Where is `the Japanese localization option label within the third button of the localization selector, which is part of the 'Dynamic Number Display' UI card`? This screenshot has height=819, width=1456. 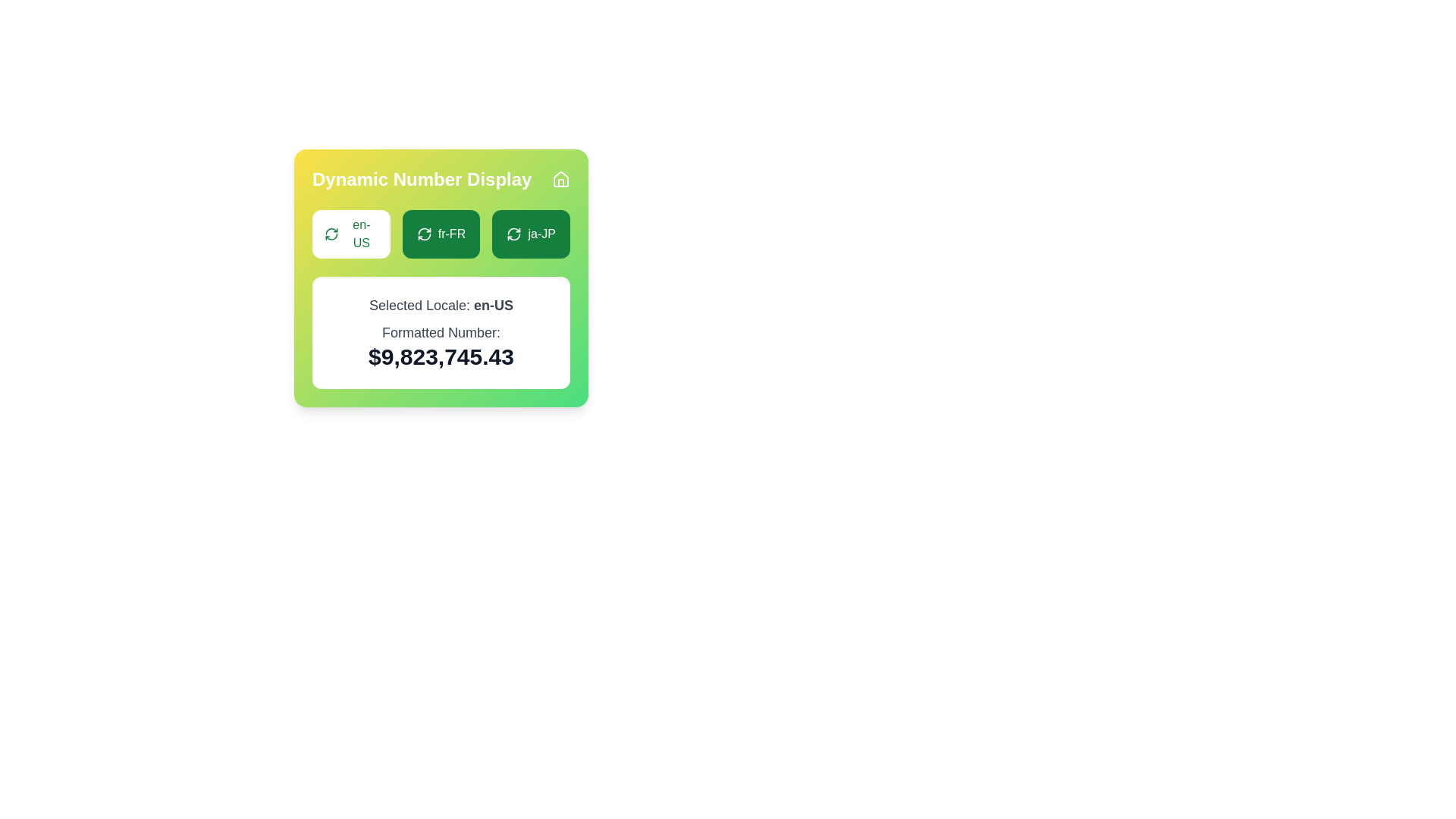
the Japanese localization option label within the third button of the localization selector, which is part of the 'Dynamic Number Display' UI card is located at coordinates (541, 234).